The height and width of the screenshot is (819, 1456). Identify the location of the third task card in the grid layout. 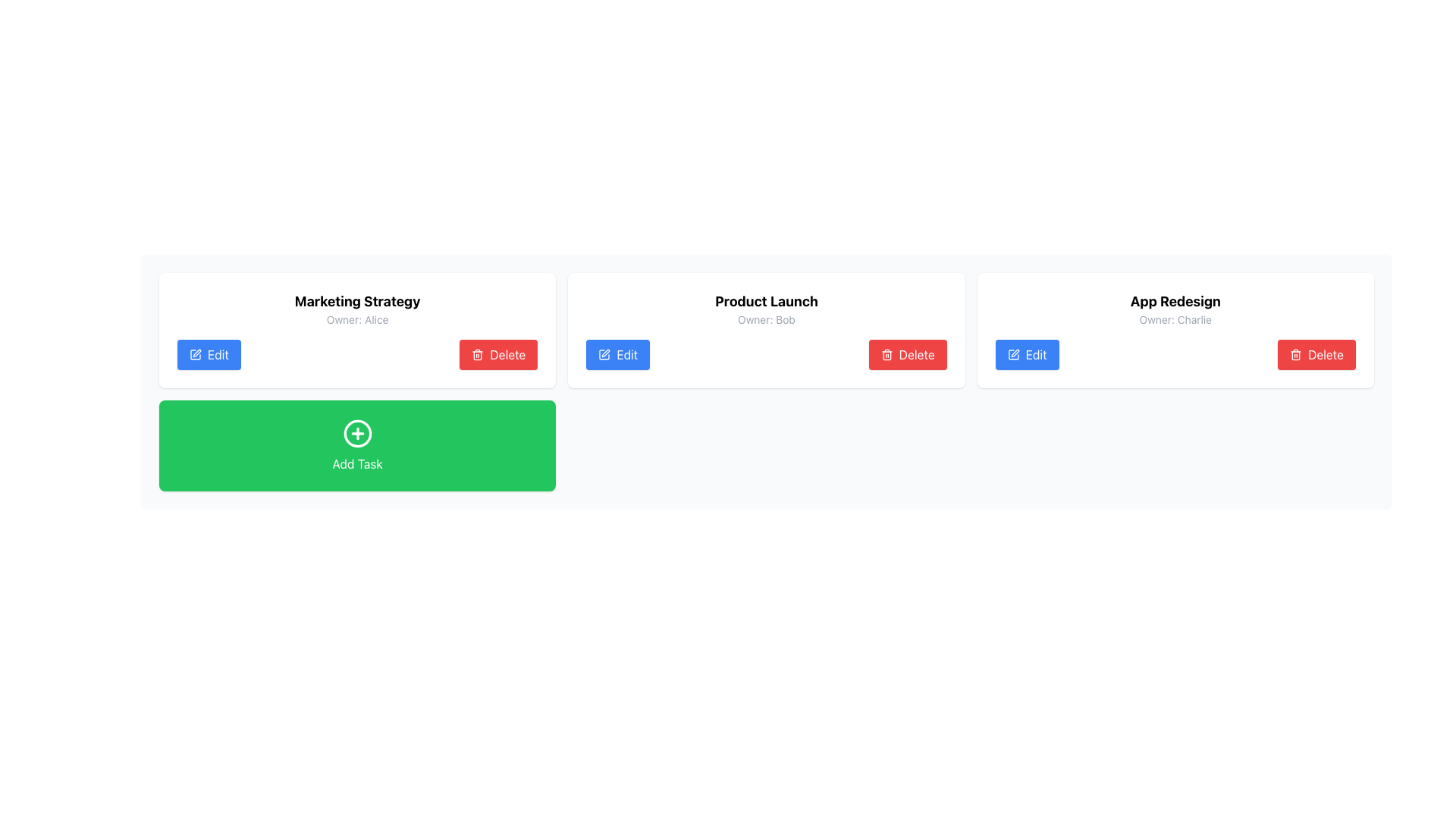
(1175, 329).